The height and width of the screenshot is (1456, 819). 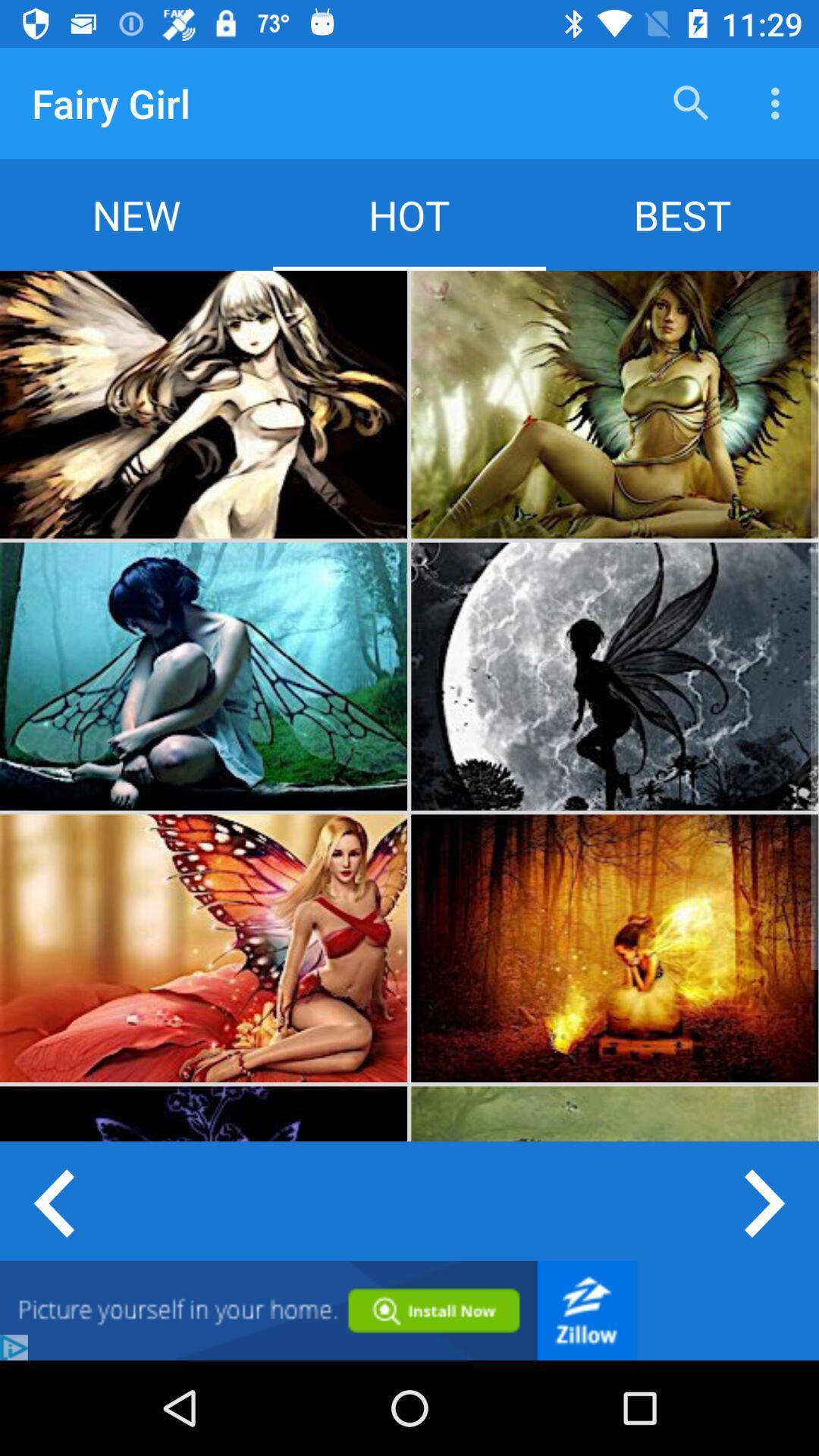 What do you see at coordinates (691, 102) in the screenshot?
I see `item to the right of fairy girl item` at bounding box center [691, 102].